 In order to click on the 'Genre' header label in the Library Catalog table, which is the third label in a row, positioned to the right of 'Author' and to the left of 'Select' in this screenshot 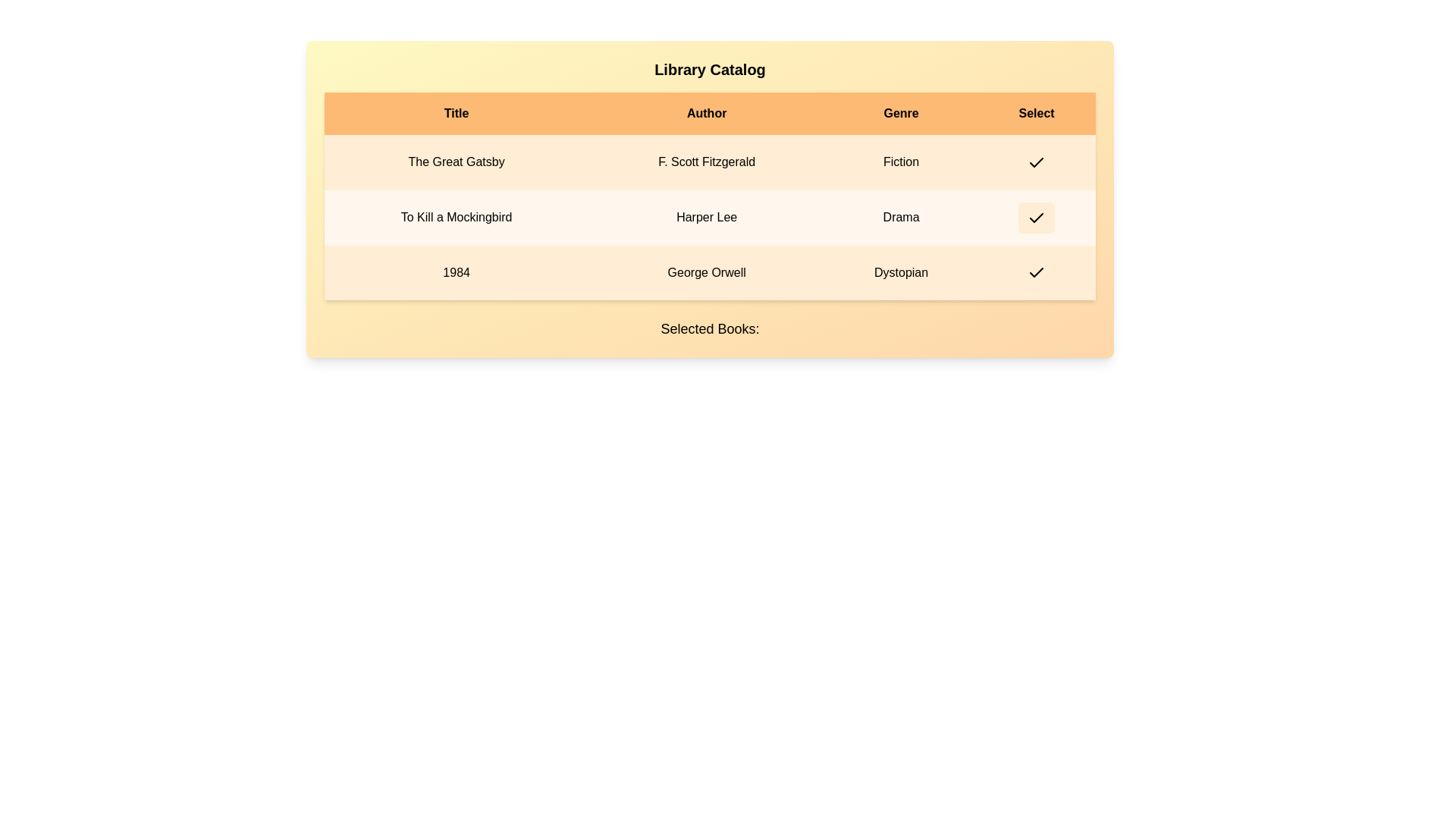, I will do `click(901, 113)`.